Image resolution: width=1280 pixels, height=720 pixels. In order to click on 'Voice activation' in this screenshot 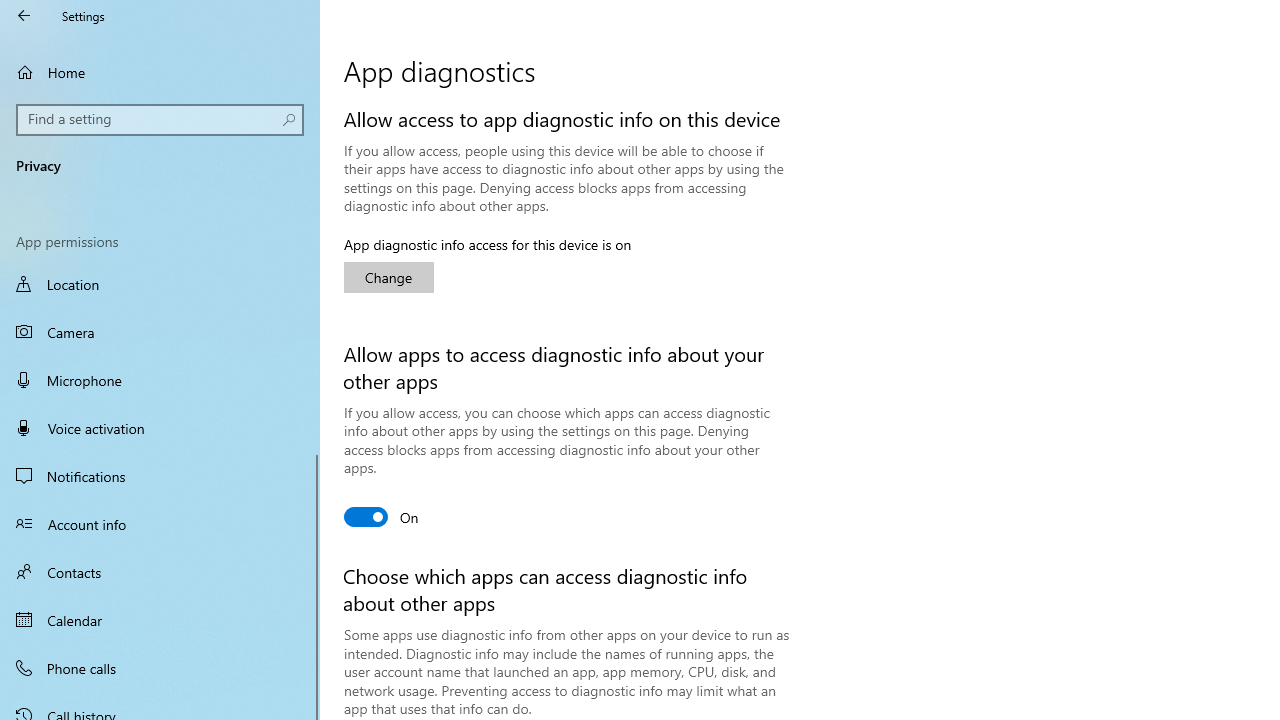, I will do `click(160, 427)`.